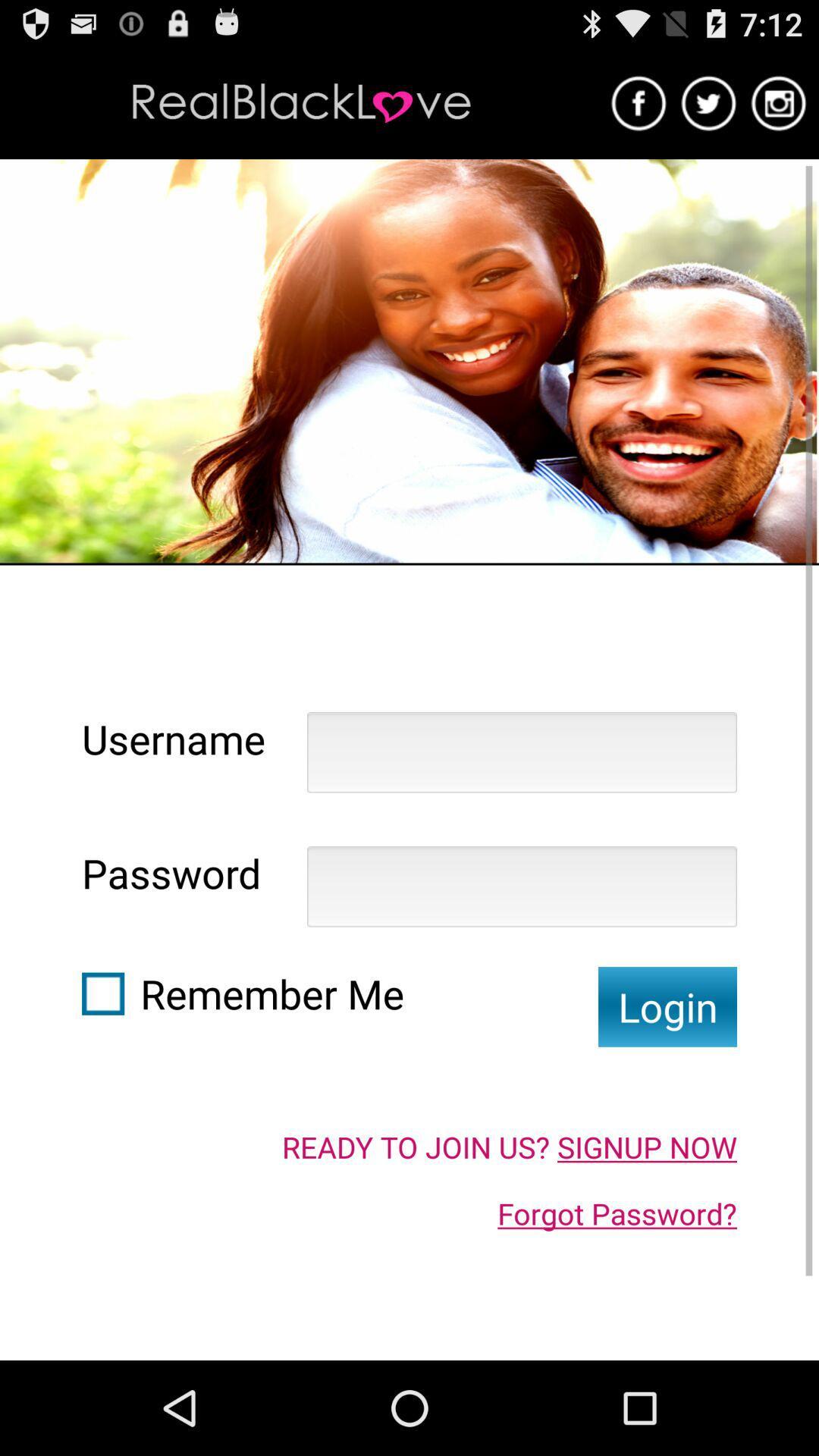 The width and height of the screenshot is (819, 1456). Describe the element at coordinates (102, 993) in the screenshot. I see `item below the password` at that location.